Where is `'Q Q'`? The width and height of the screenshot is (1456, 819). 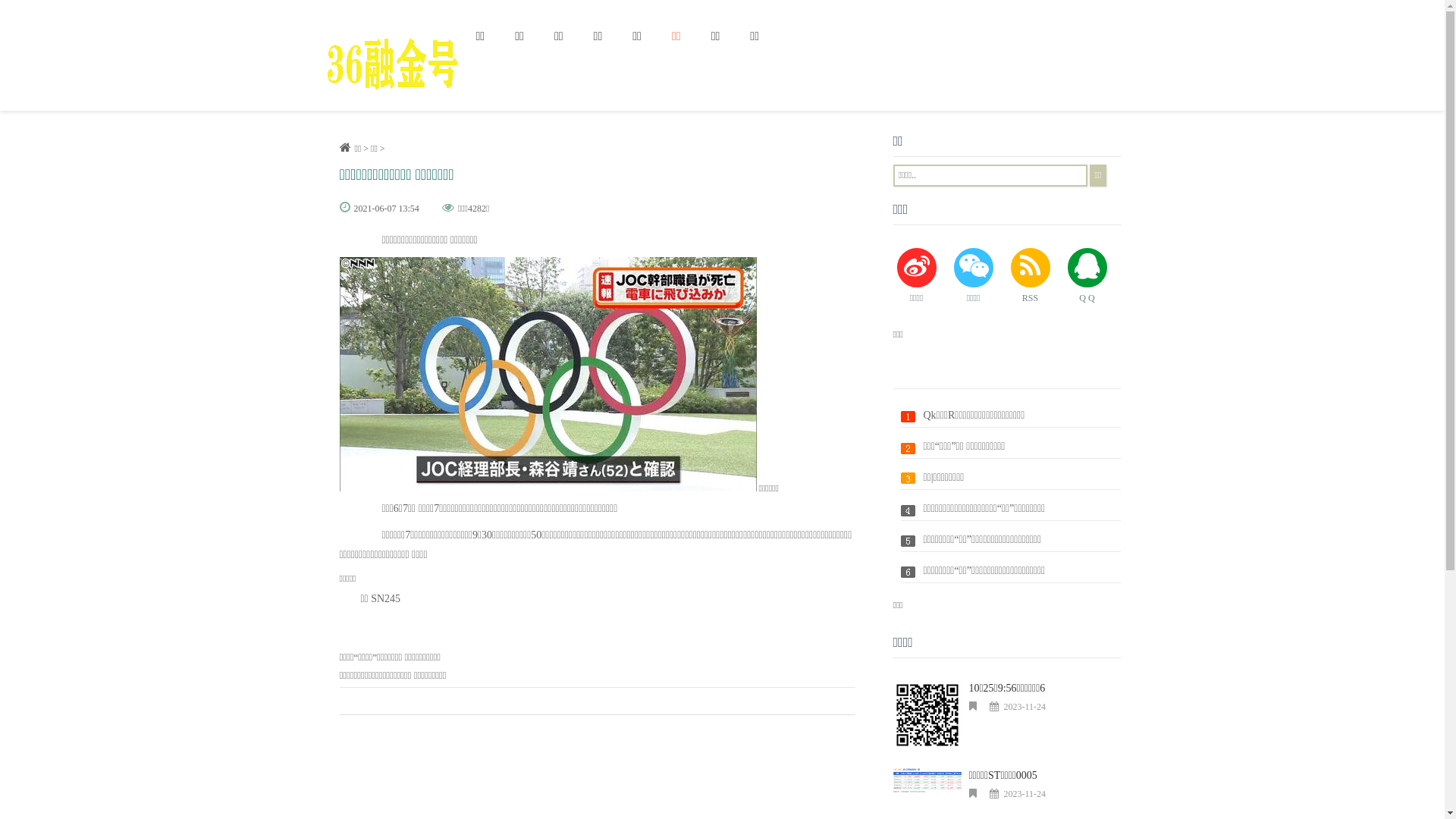
'Q Q' is located at coordinates (1087, 276).